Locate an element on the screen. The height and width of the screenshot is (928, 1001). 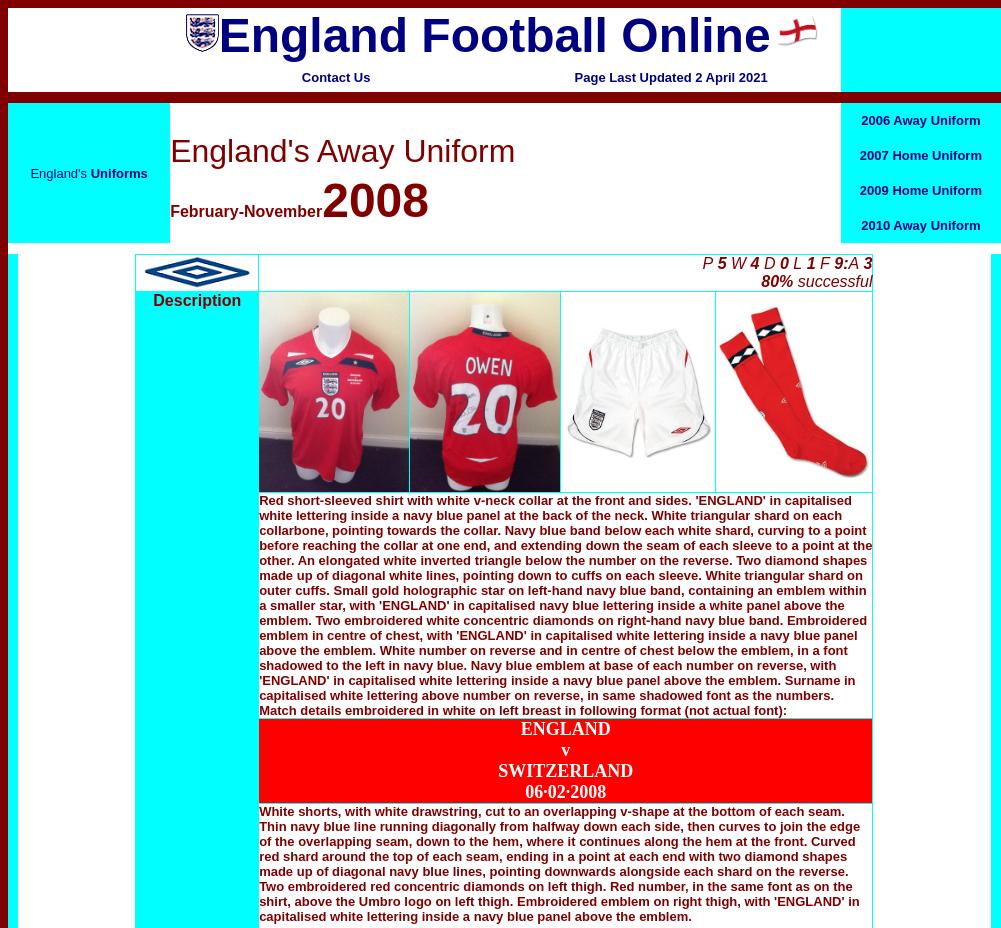
'5' is located at coordinates (722, 262).